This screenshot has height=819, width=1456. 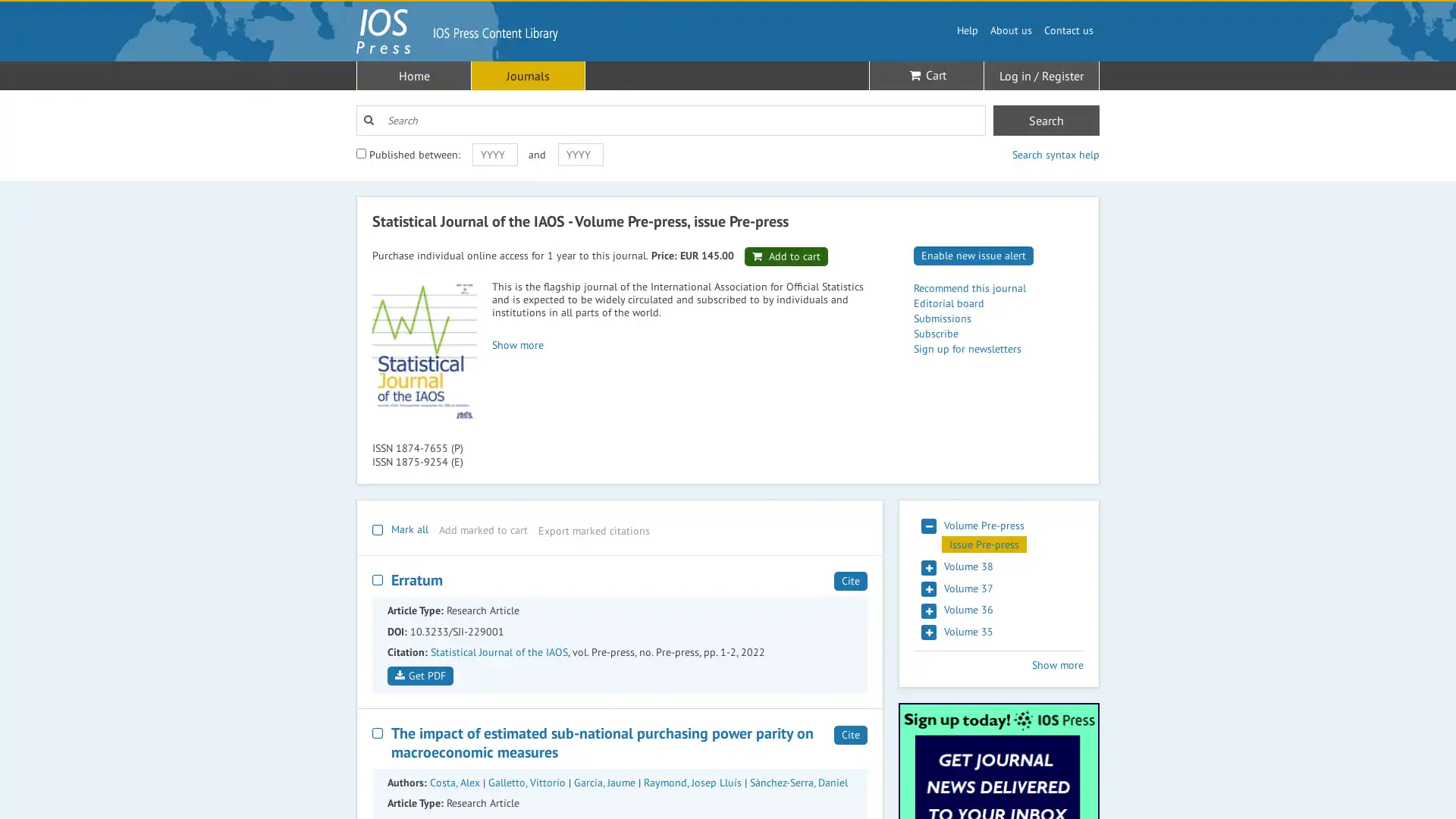 I want to click on Volume 38, so click(x=956, y=567).